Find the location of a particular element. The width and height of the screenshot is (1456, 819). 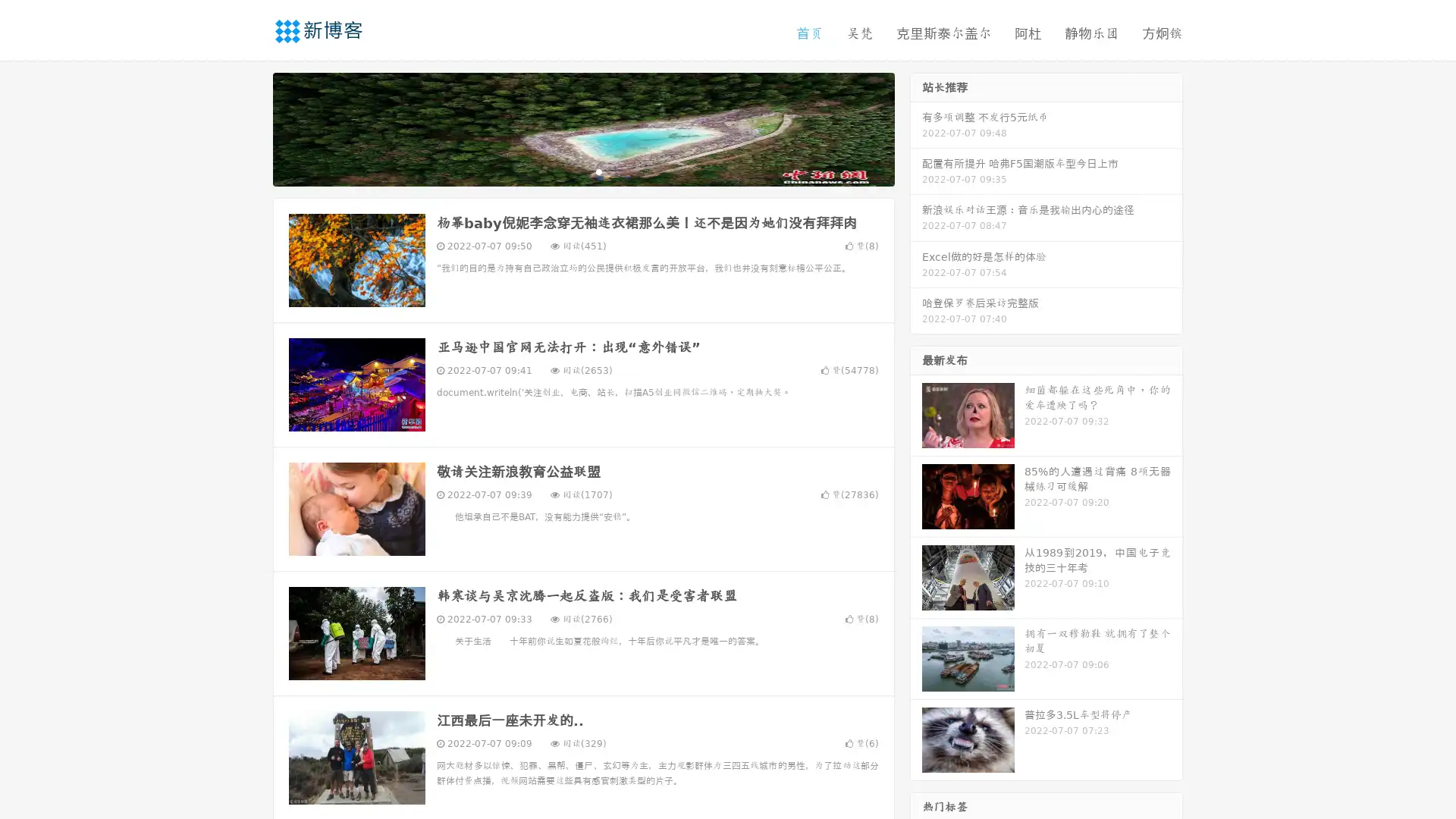

Go to slide 1 is located at coordinates (567, 171).